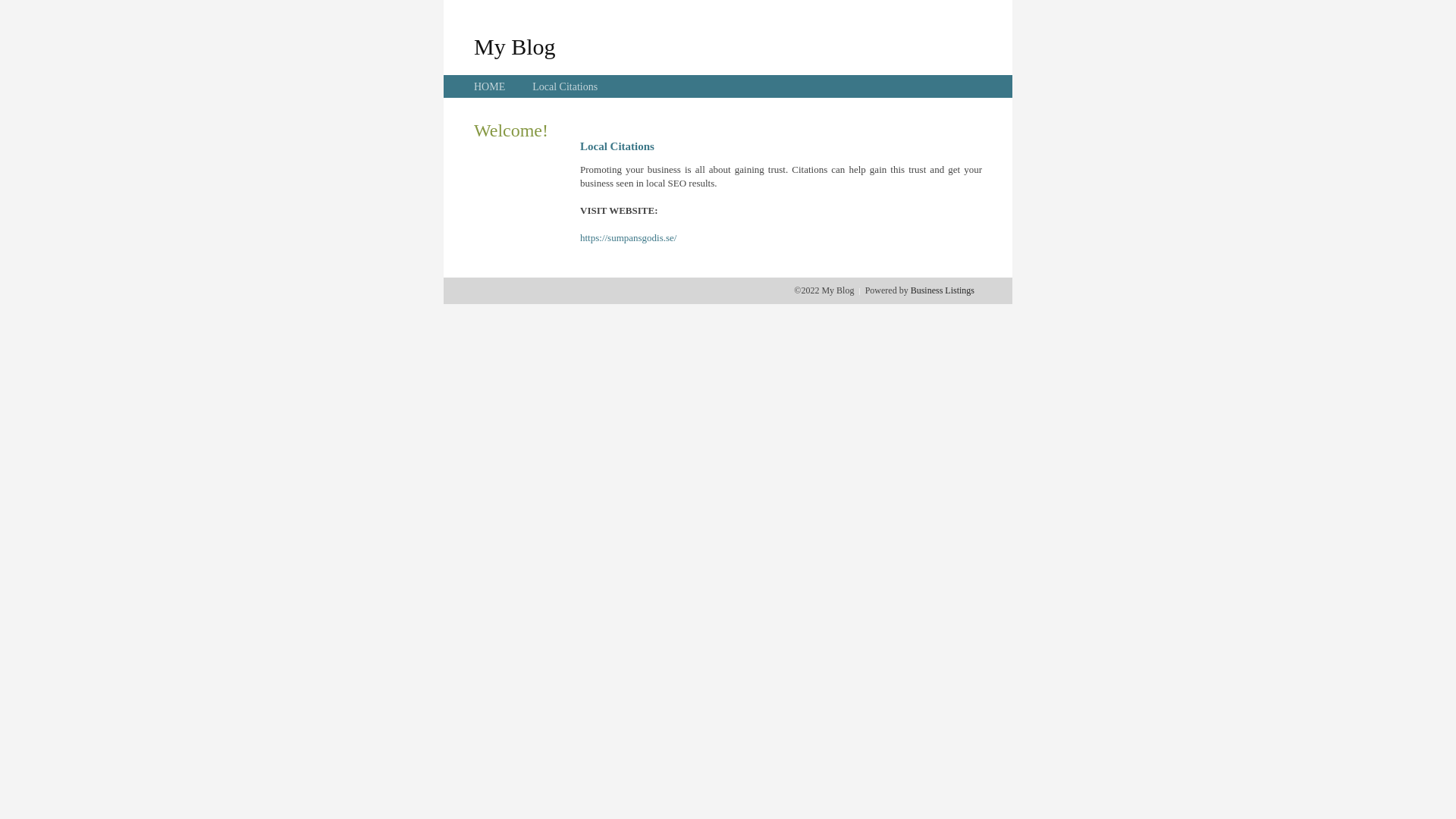 The image size is (1456, 819). What do you see at coordinates (628, 237) in the screenshot?
I see `'https://sumpansgodis.se/'` at bounding box center [628, 237].